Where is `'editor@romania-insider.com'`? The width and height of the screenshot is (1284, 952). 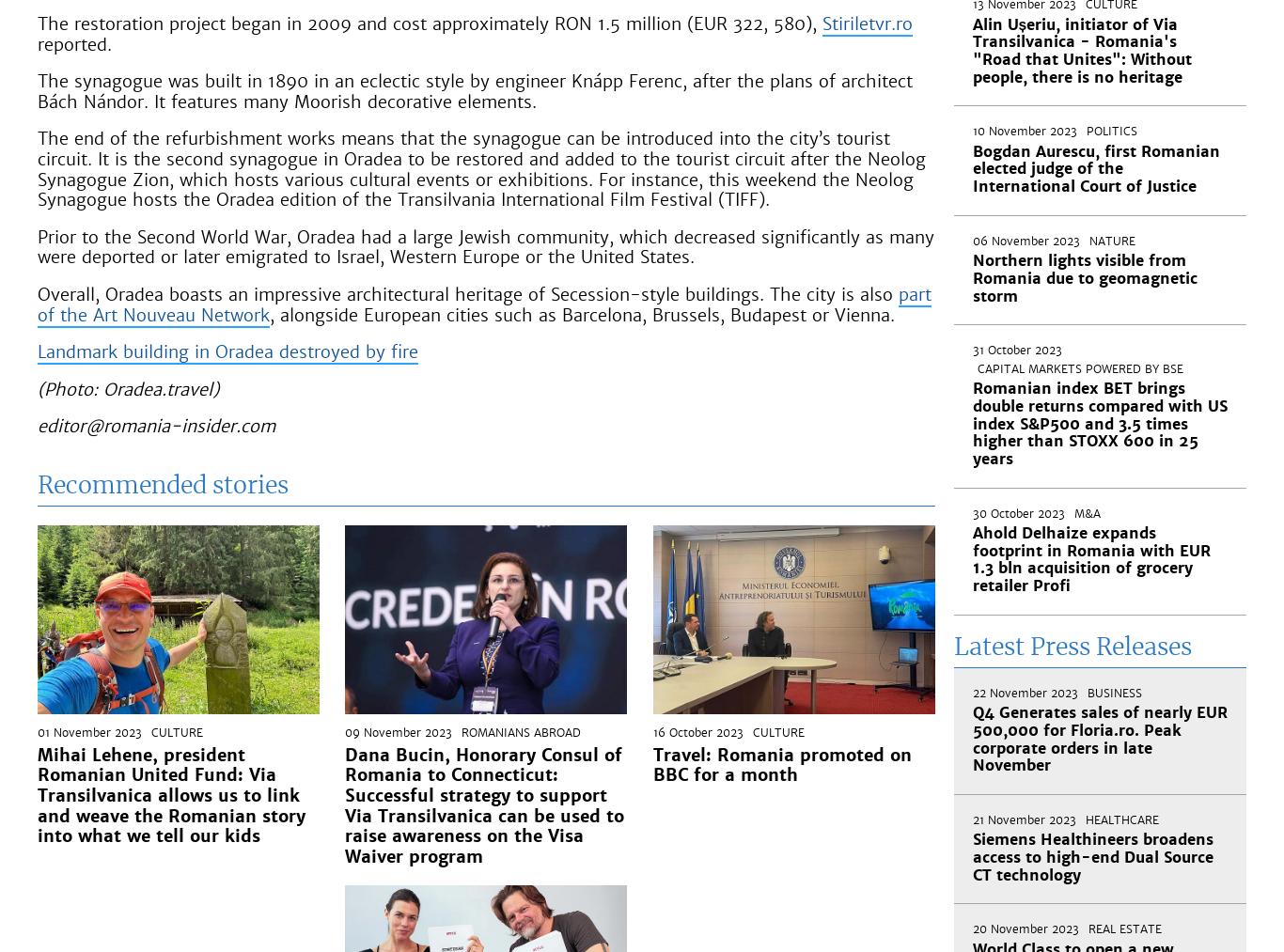 'editor@romania-insider.com' is located at coordinates (155, 425).